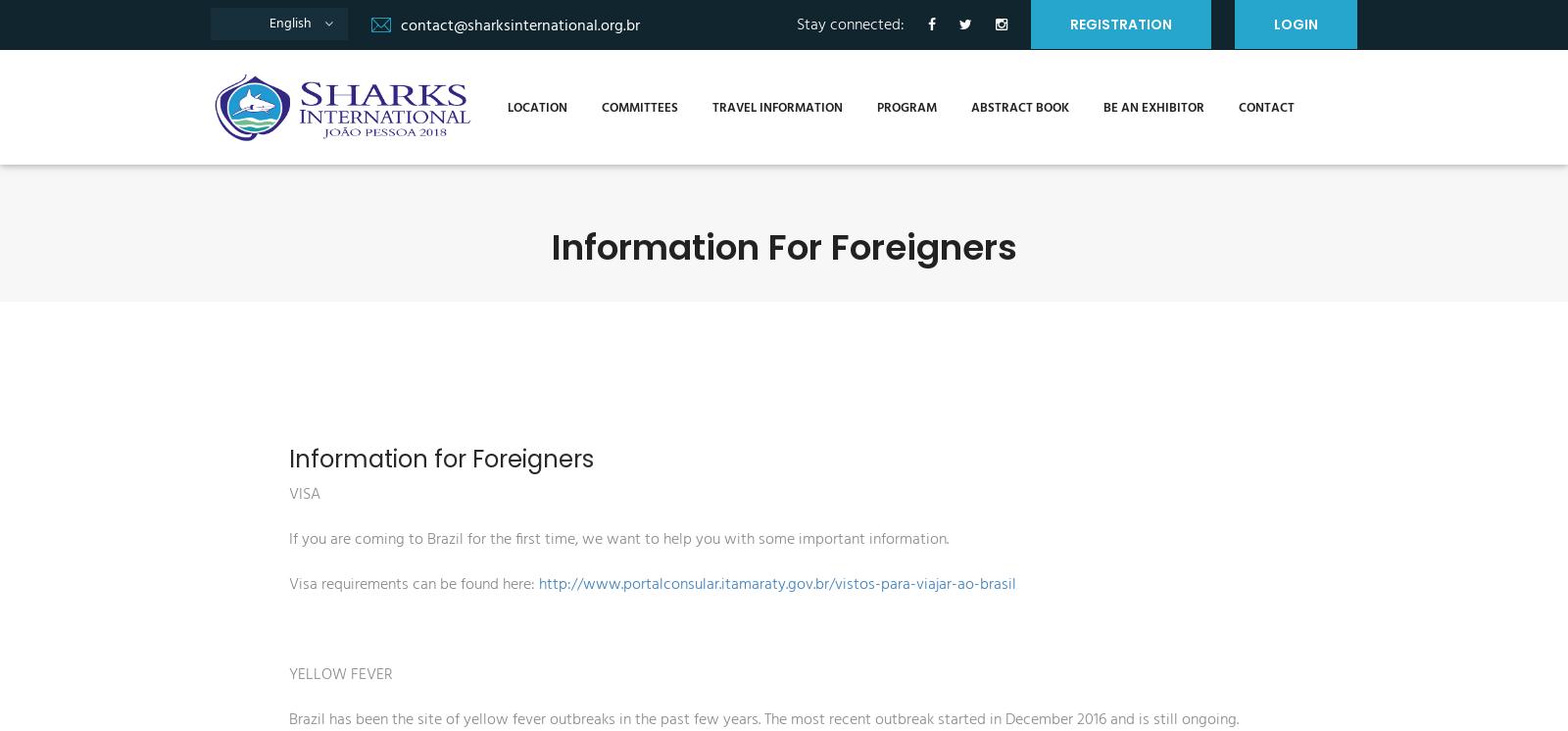 This screenshot has width=1568, height=731. What do you see at coordinates (1121, 24) in the screenshot?
I see `'Registration'` at bounding box center [1121, 24].